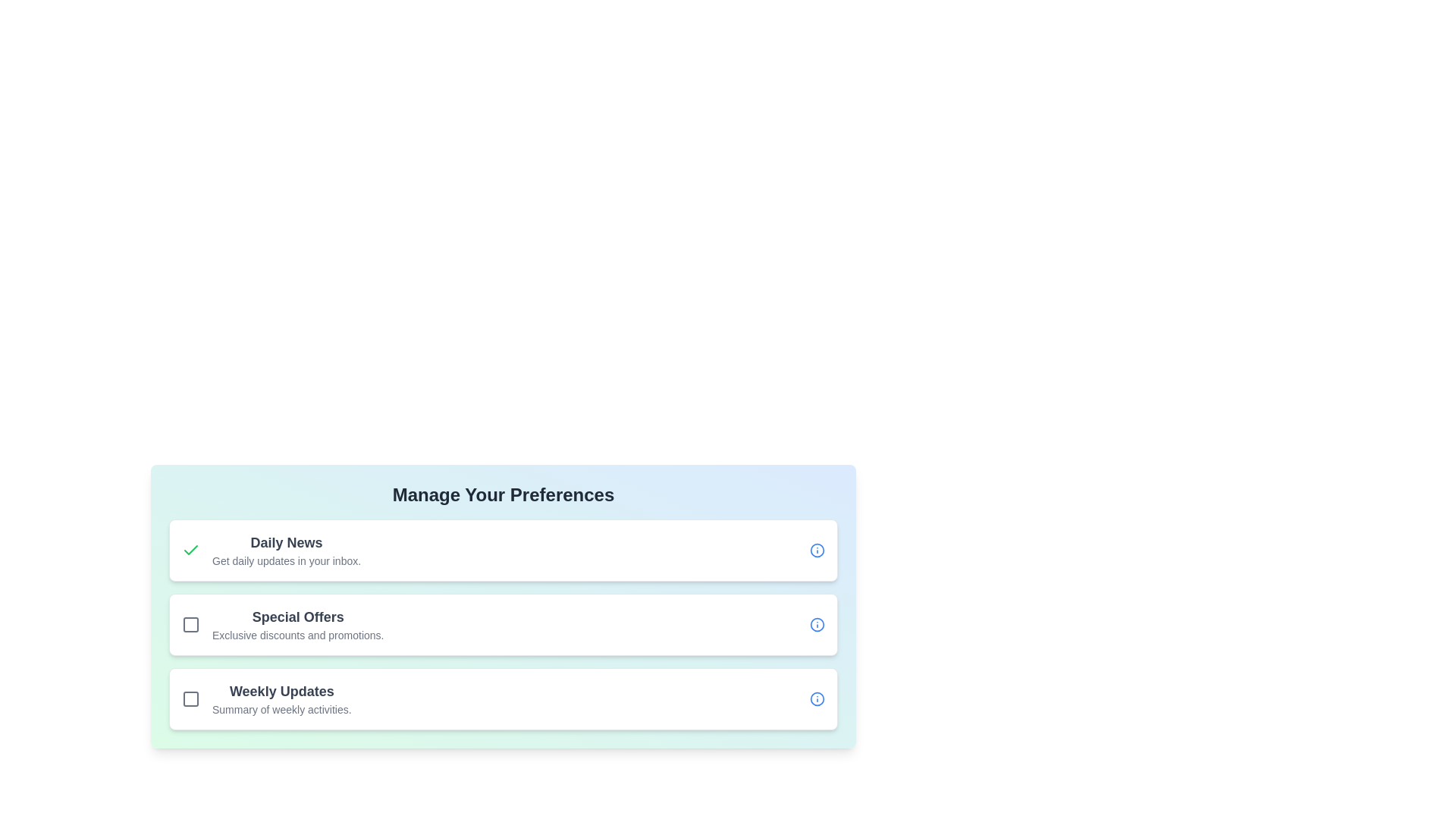 Image resolution: width=1456 pixels, height=819 pixels. Describe the element at coordinates (287, 561) in the screenshot. I see `the descriptive text label explaining the 'Daily News' option located under the 'Manage Your Preferences' section` at that location.